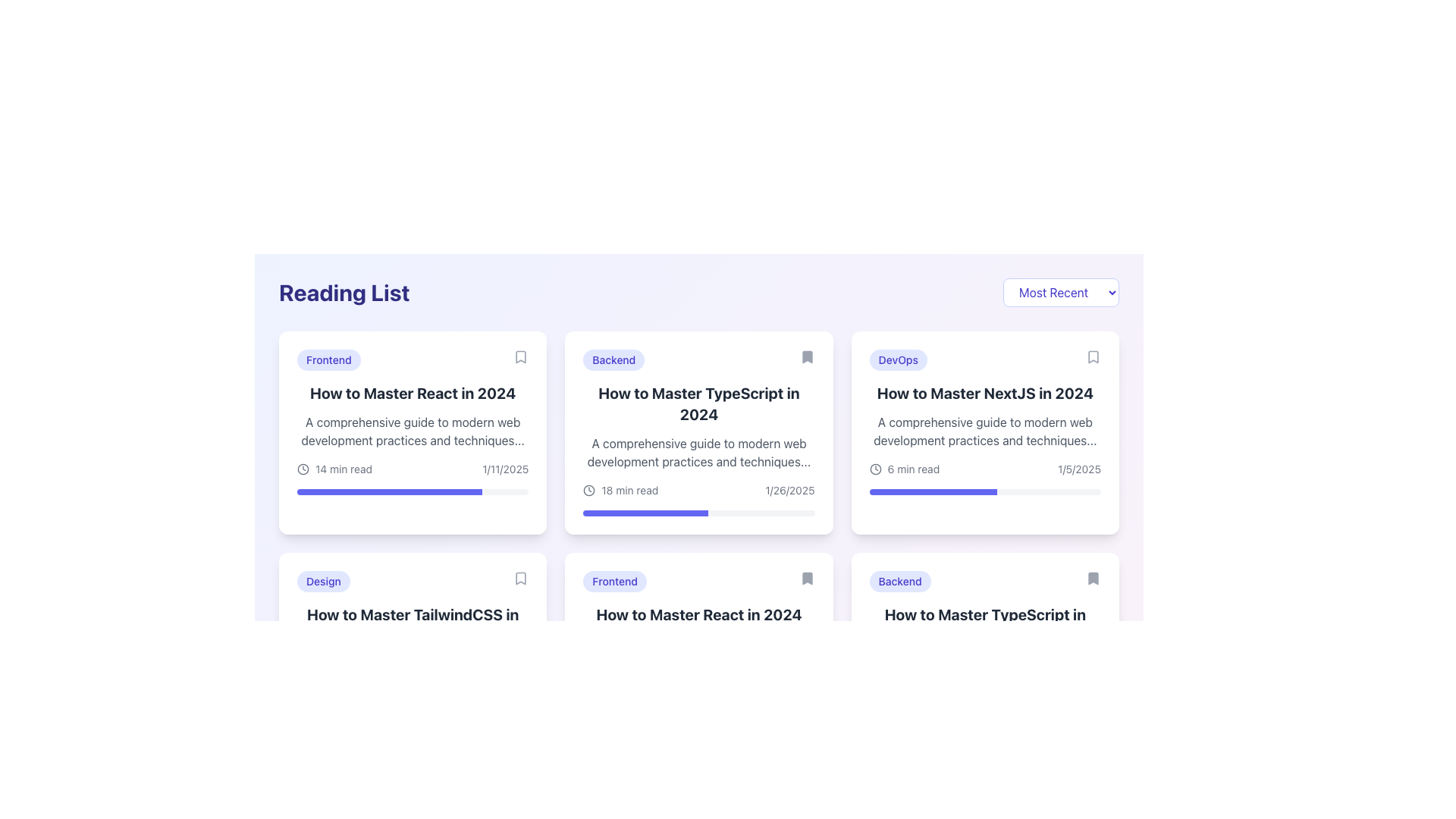  Describe the element at coordinates (898, 359) in the screenshot. I see `the Tag label located in the top-right corner of the card titled 'How to Master NextJS in 2024', which is positioned to the left of an interactive bookmark icon` at that location.